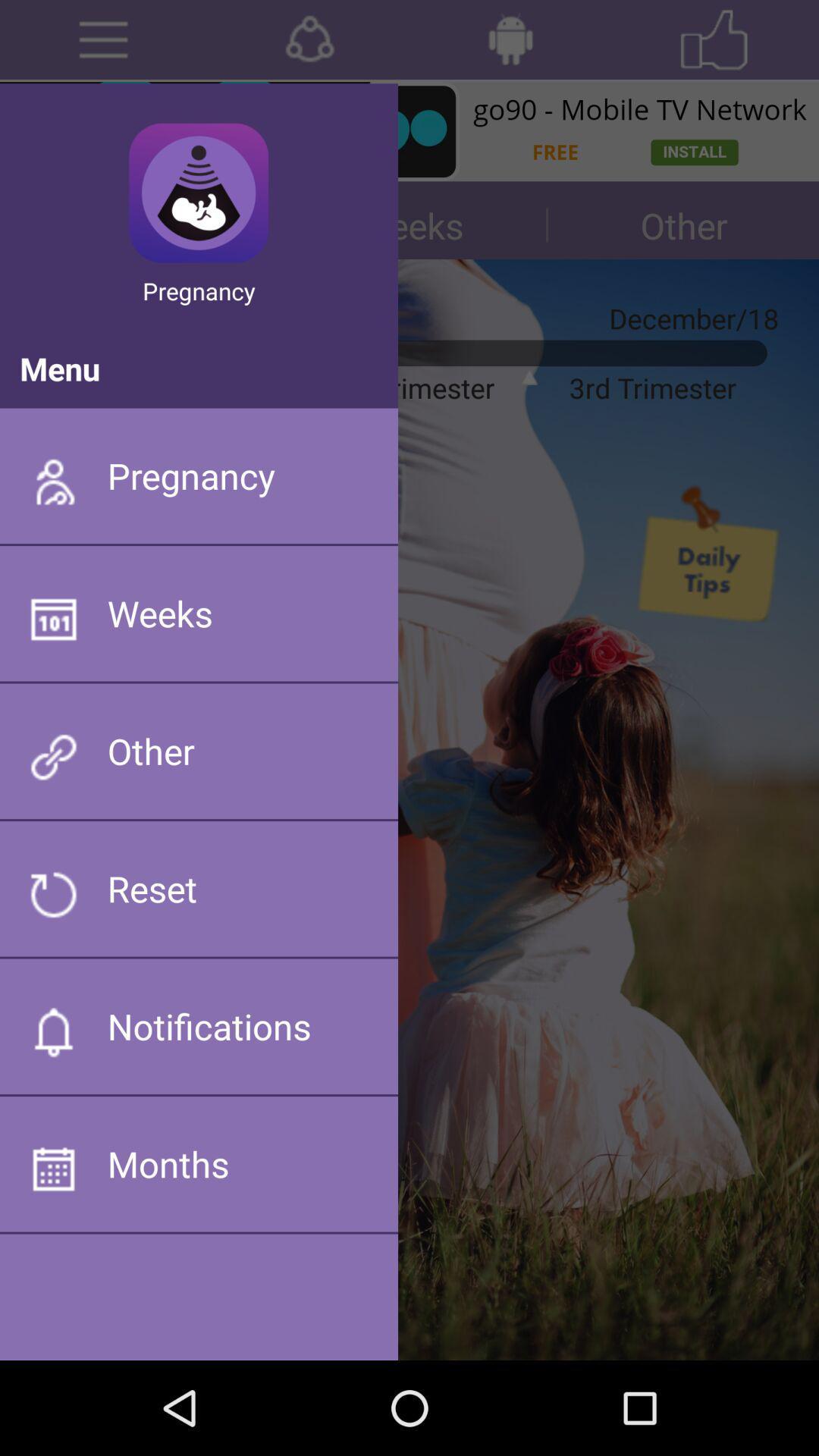 This screenshot has width=819, height=1456. I want to click on the star icon, so click(714, 42).